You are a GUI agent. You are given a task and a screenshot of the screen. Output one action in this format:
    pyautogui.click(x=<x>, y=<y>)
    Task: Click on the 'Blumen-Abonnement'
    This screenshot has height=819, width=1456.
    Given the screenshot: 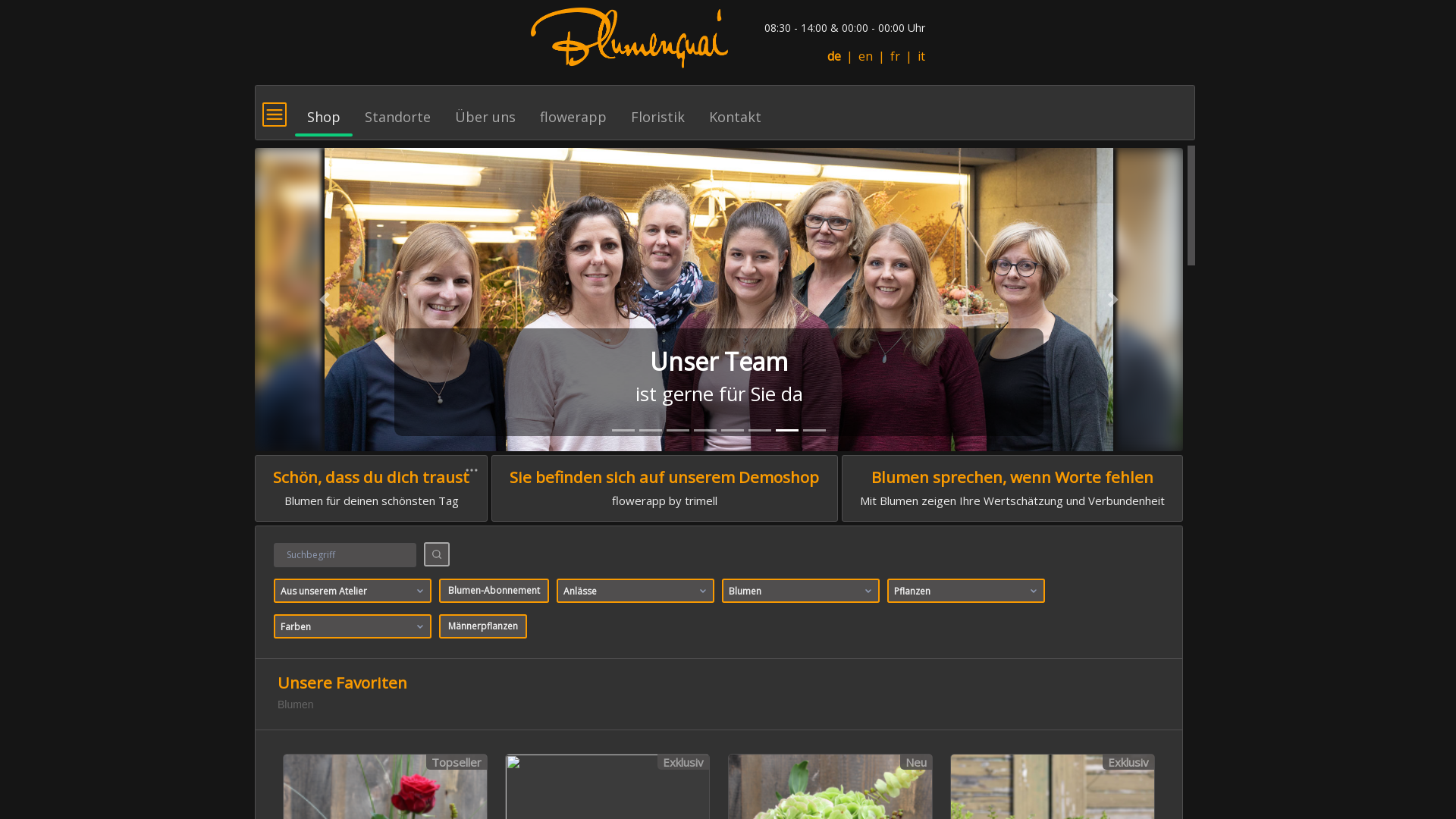 What is the action you would take?
    pyautogui.click(x=494, y=590)
    